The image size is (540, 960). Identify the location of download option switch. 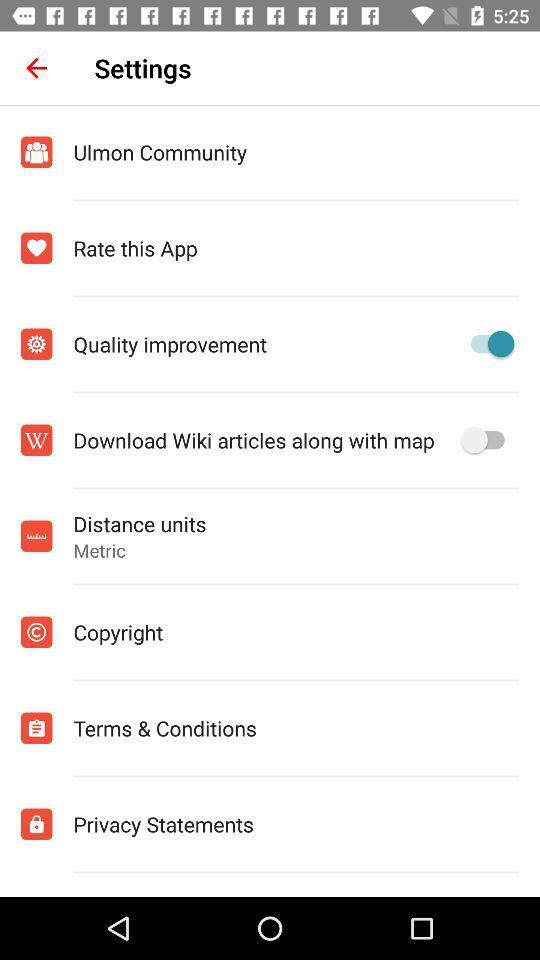
(486, 440).